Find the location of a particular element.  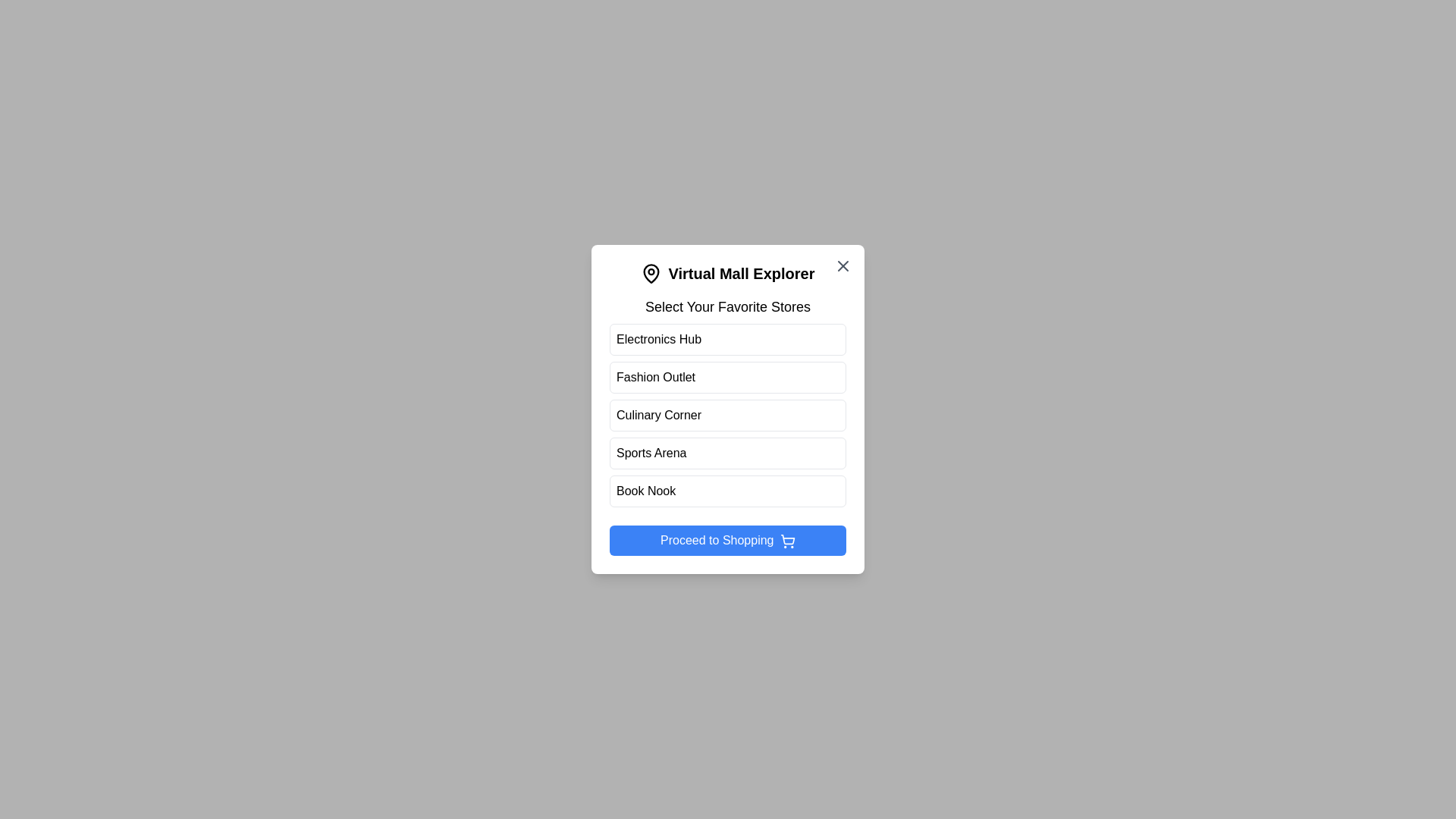

the label displaying 'Sports Arena' located in the fourth row of the list under 'Select Your Favorite Stores' is located at coordinates (651, 452).